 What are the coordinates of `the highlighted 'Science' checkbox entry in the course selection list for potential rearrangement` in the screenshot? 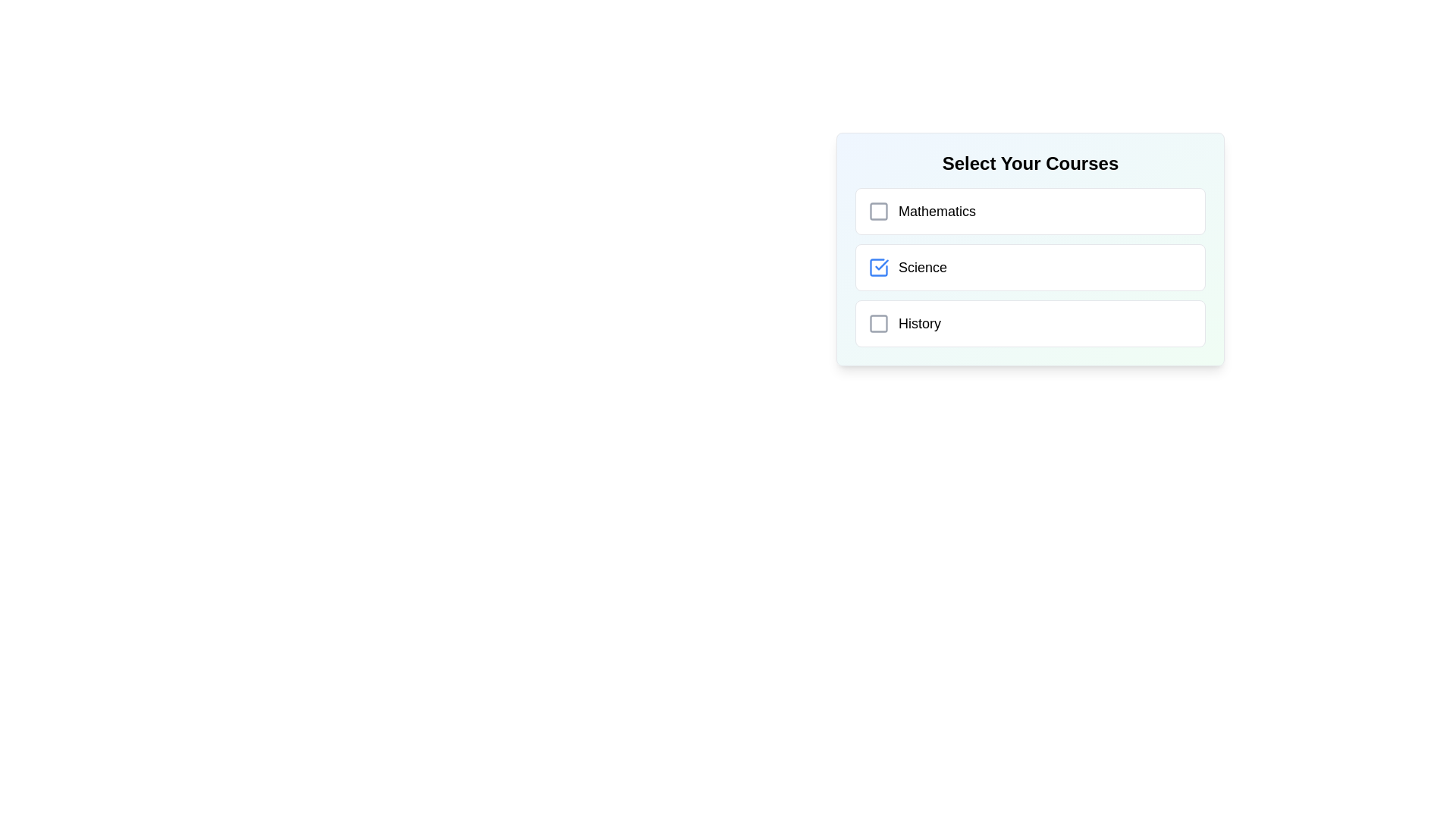 It's located at (1030, 267).